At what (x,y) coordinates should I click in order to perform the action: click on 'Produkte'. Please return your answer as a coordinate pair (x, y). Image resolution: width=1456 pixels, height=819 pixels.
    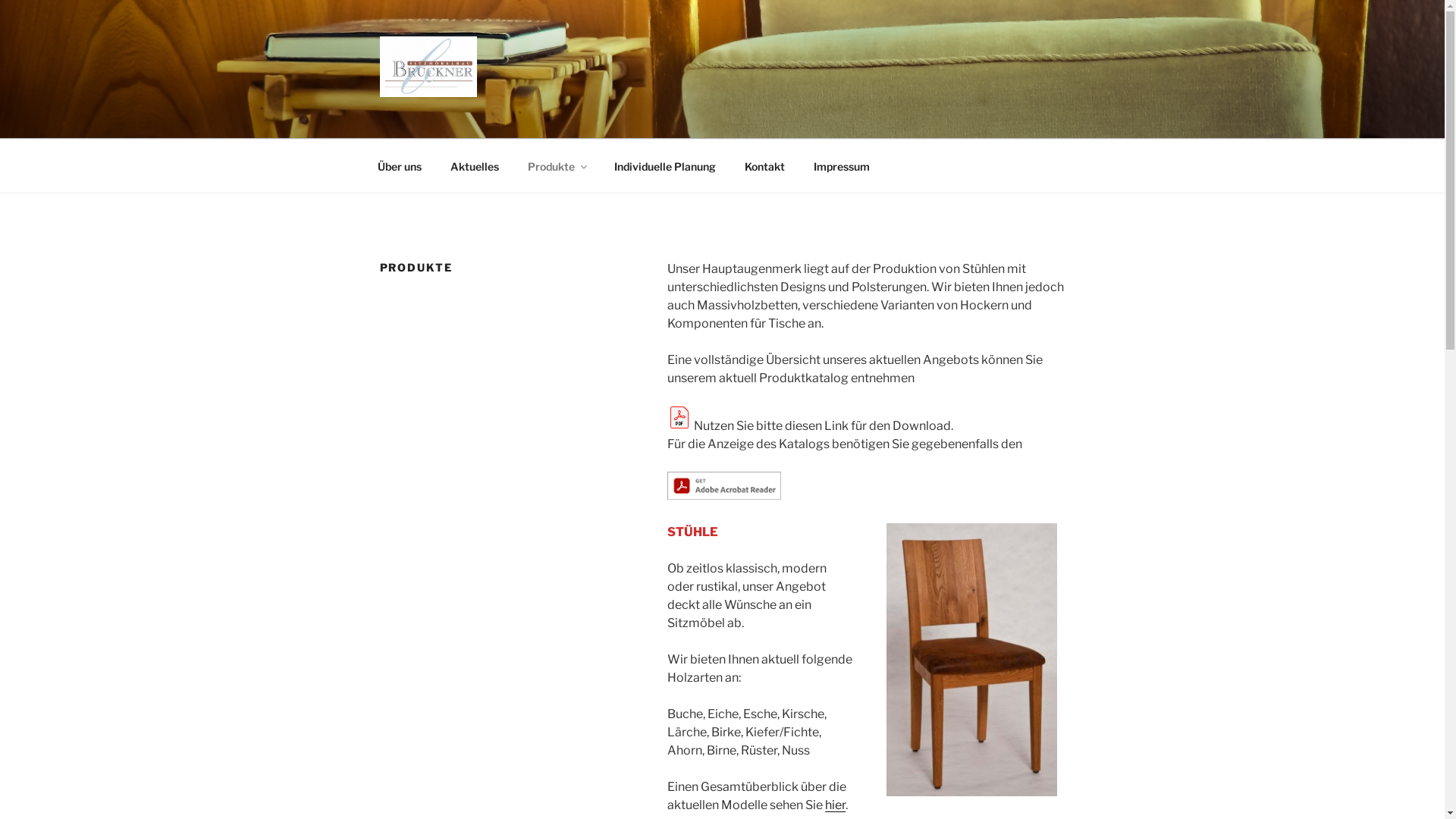
    Looking at the image, I should click on (555, 165).